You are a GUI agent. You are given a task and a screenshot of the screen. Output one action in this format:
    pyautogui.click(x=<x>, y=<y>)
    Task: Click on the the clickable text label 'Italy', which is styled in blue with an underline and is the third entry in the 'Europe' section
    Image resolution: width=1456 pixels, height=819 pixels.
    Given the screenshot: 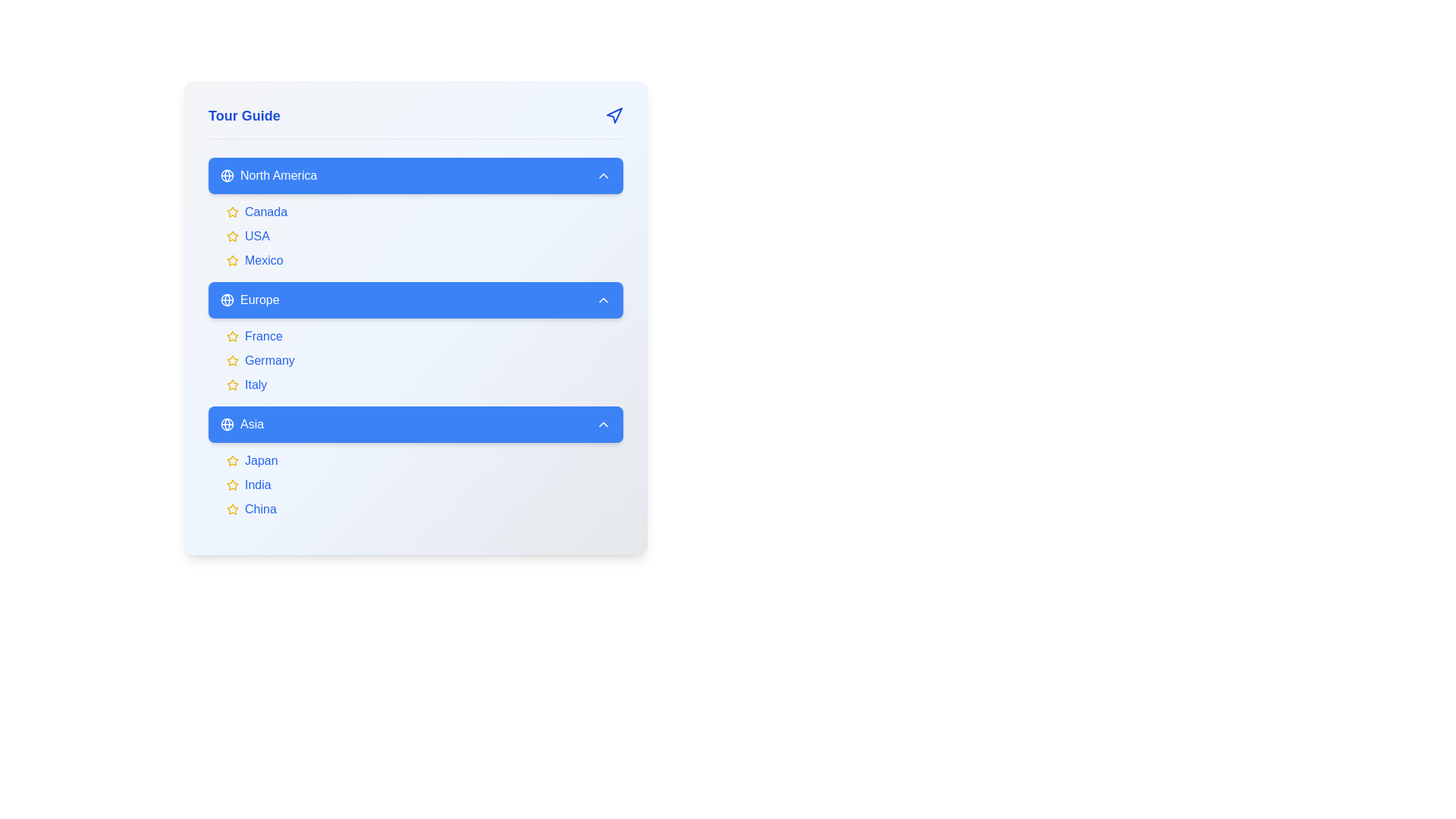 What is the action you would take?
    pyautogui.click(x=256, y=384)
    